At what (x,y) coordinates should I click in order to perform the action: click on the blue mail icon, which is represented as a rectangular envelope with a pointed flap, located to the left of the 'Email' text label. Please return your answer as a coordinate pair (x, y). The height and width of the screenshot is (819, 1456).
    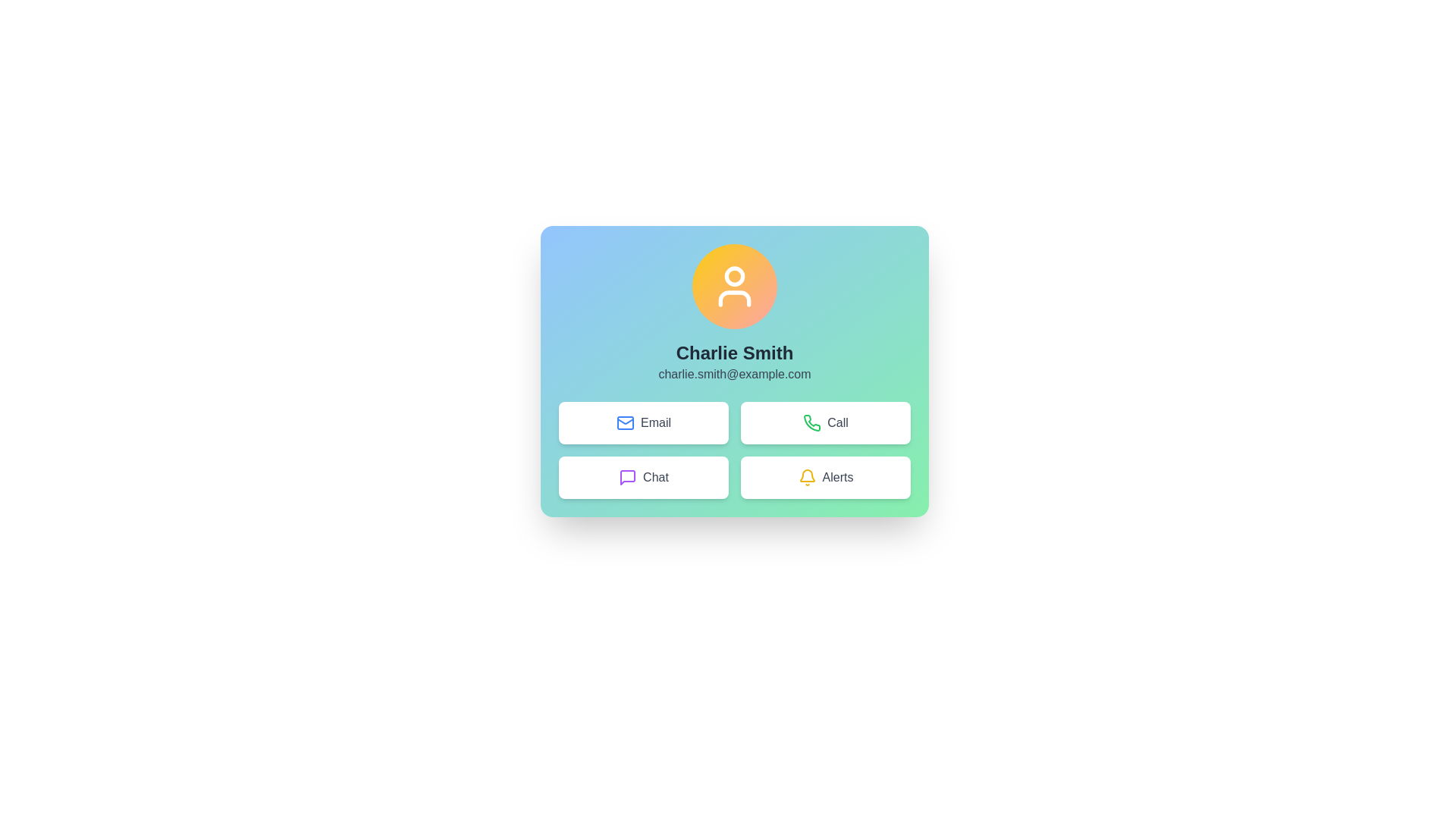
    Looking at the image, I should click on (626, 423).